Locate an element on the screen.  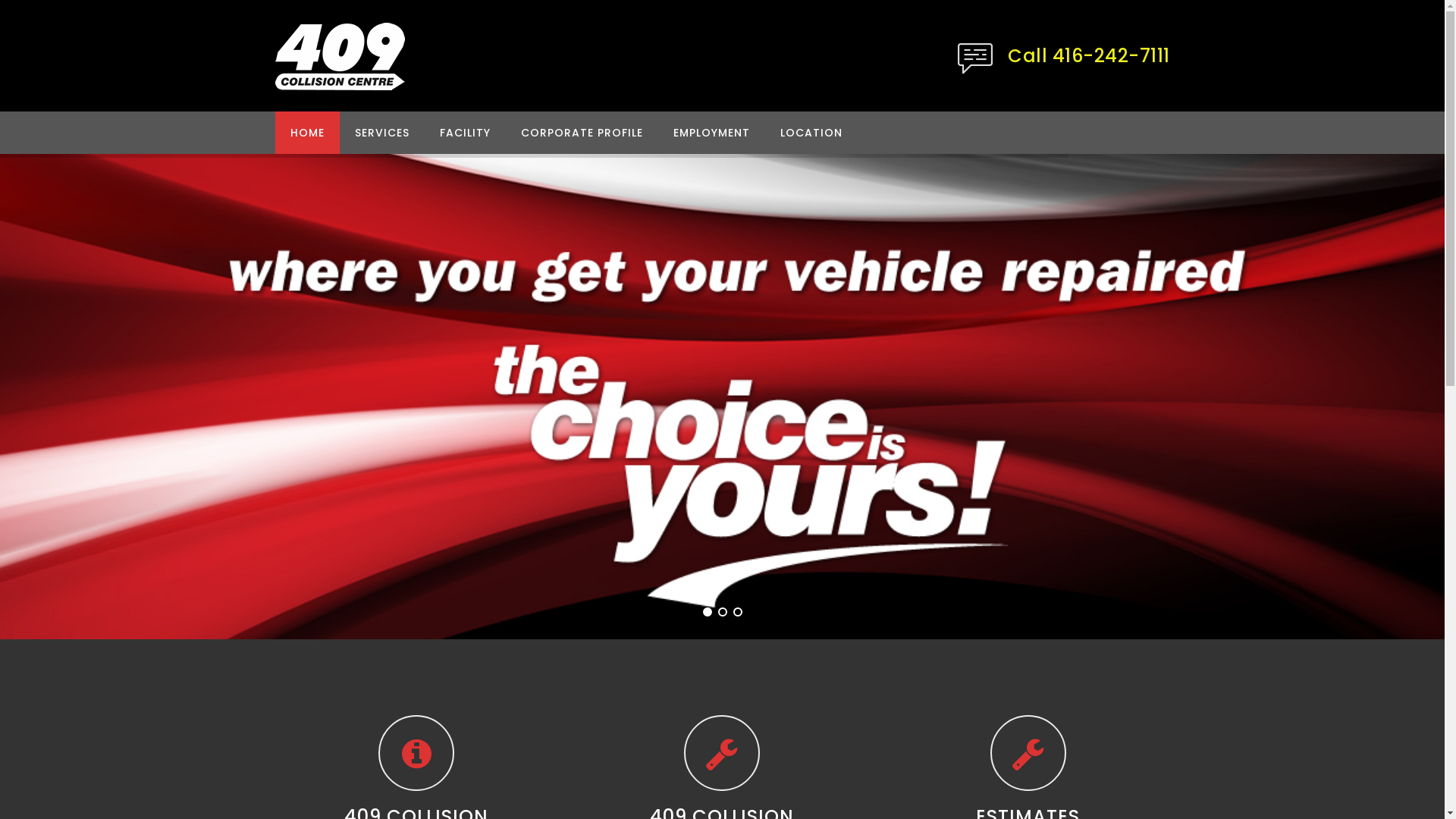
'EMPLOYMENT' is located at coordinates (711, 131).